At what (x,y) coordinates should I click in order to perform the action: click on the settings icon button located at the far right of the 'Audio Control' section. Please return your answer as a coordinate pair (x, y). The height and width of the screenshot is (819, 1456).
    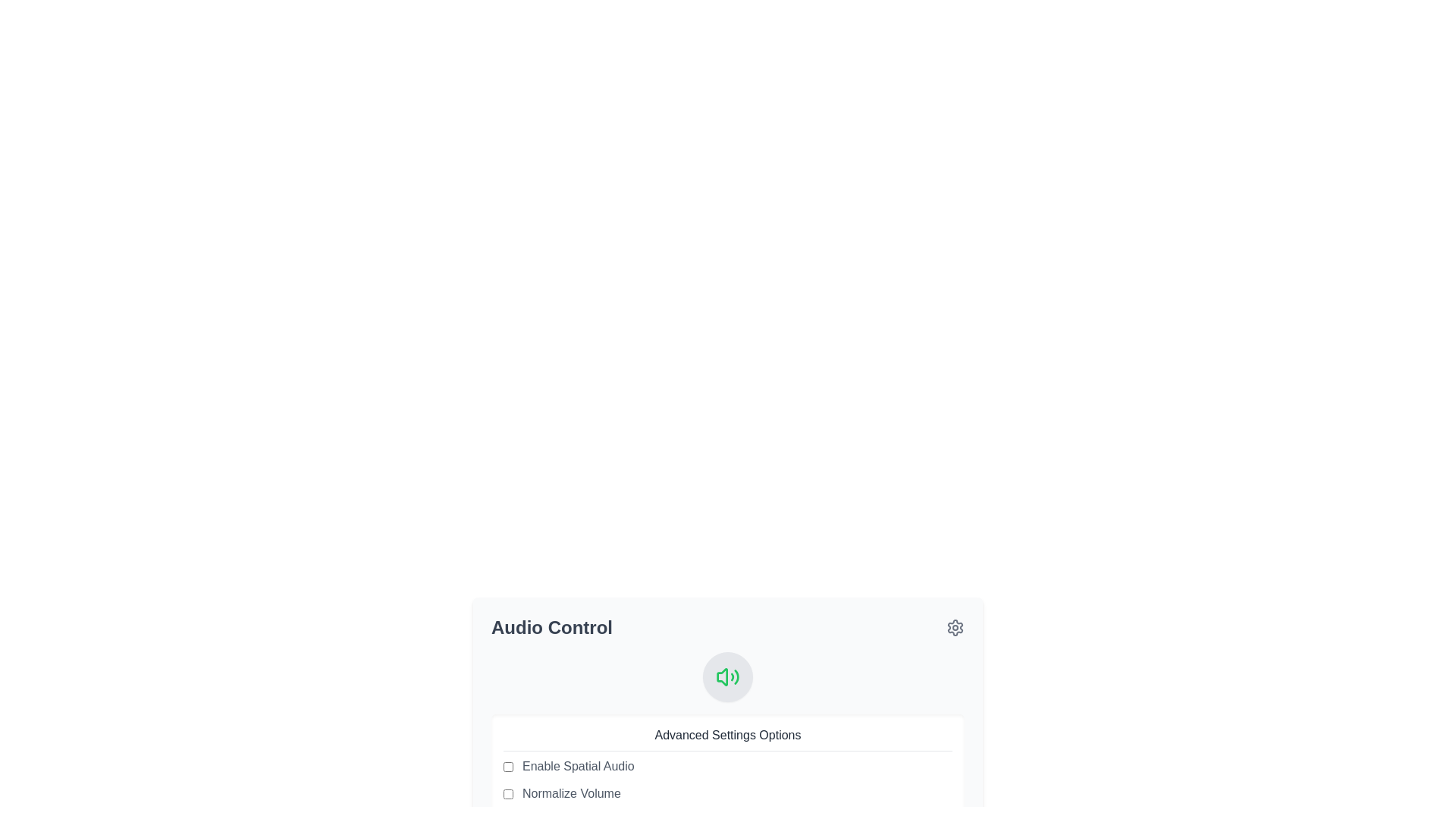
    Looking at the image, I should click on (954, 628).